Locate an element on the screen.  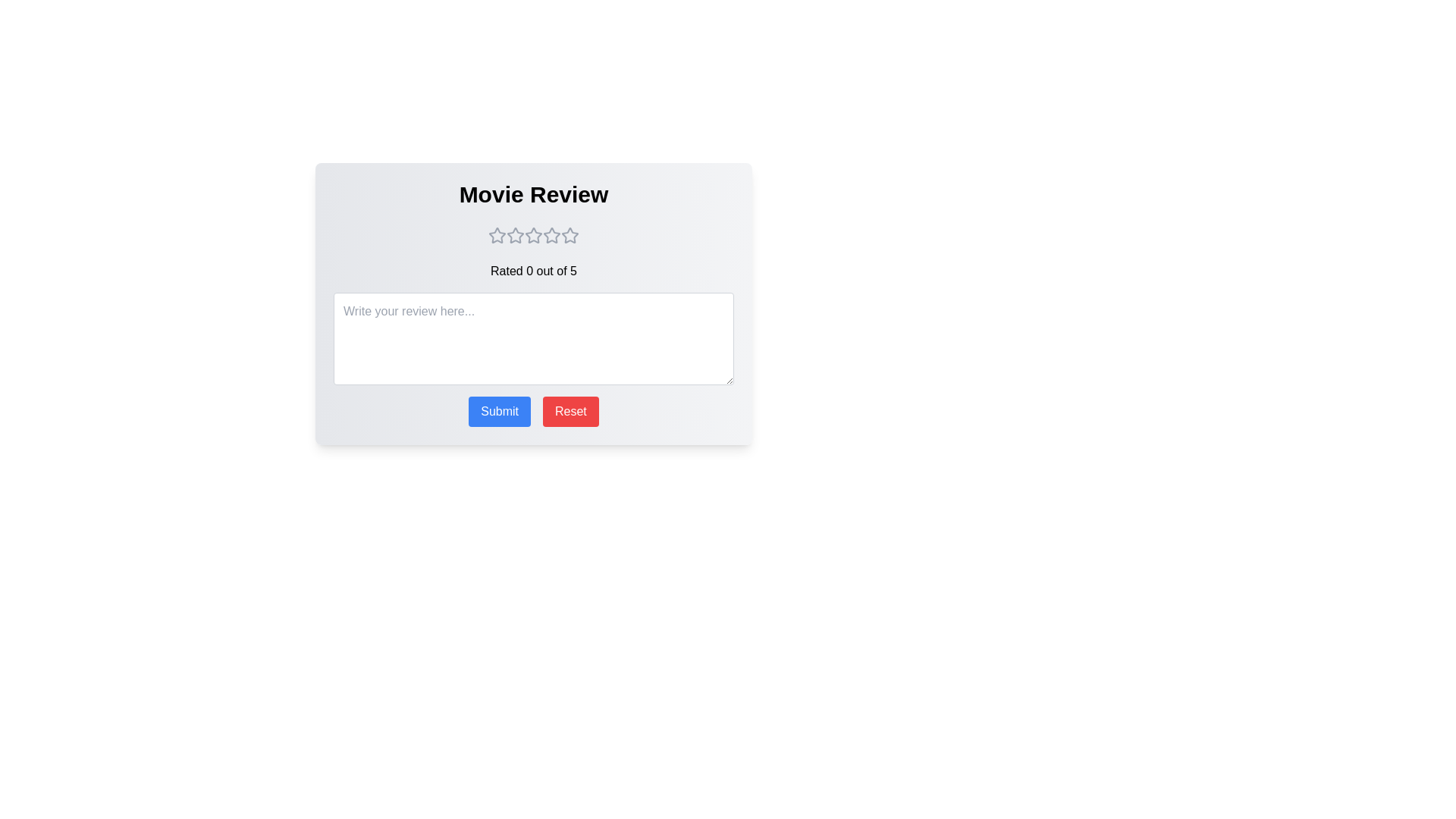
the text area to focus it and allow typing is located at coordinates (534, 338).